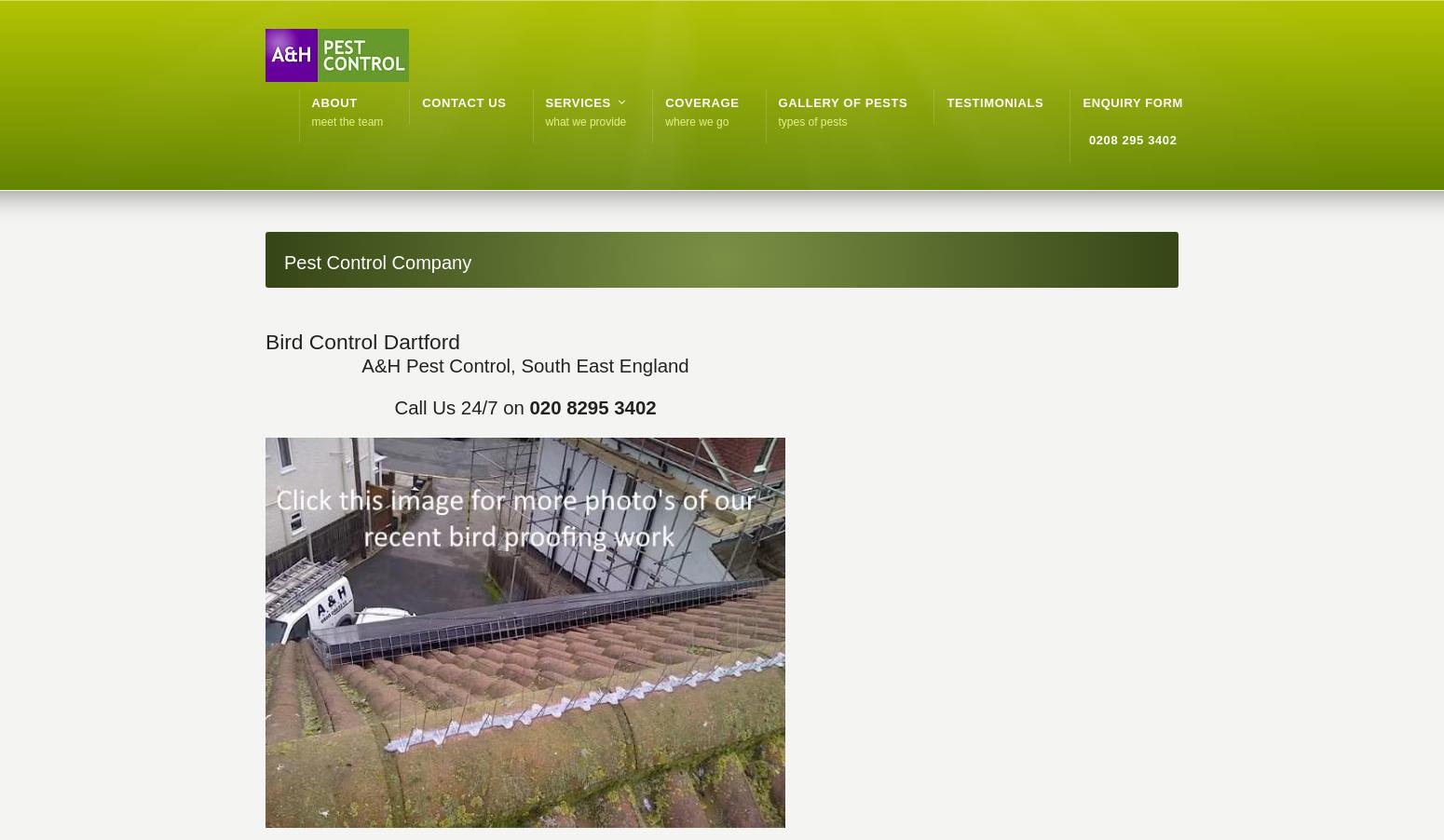  Describe the element at coordinates (284, 262) in the screenshot. I see `'Pest Control Company'` at that location.